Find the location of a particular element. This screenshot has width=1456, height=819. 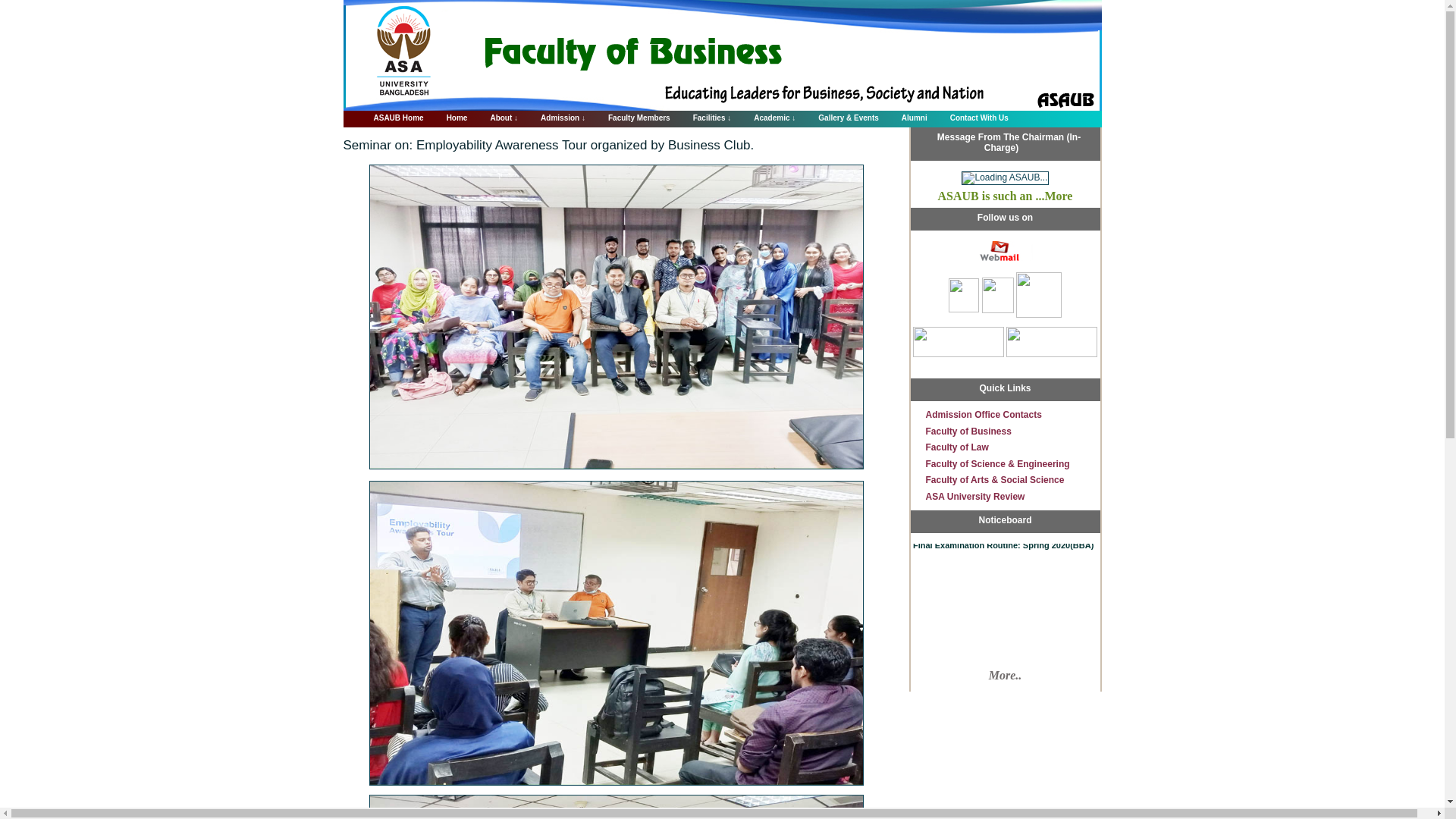

'ASAUB Home' is located at coordinates (390, 115).